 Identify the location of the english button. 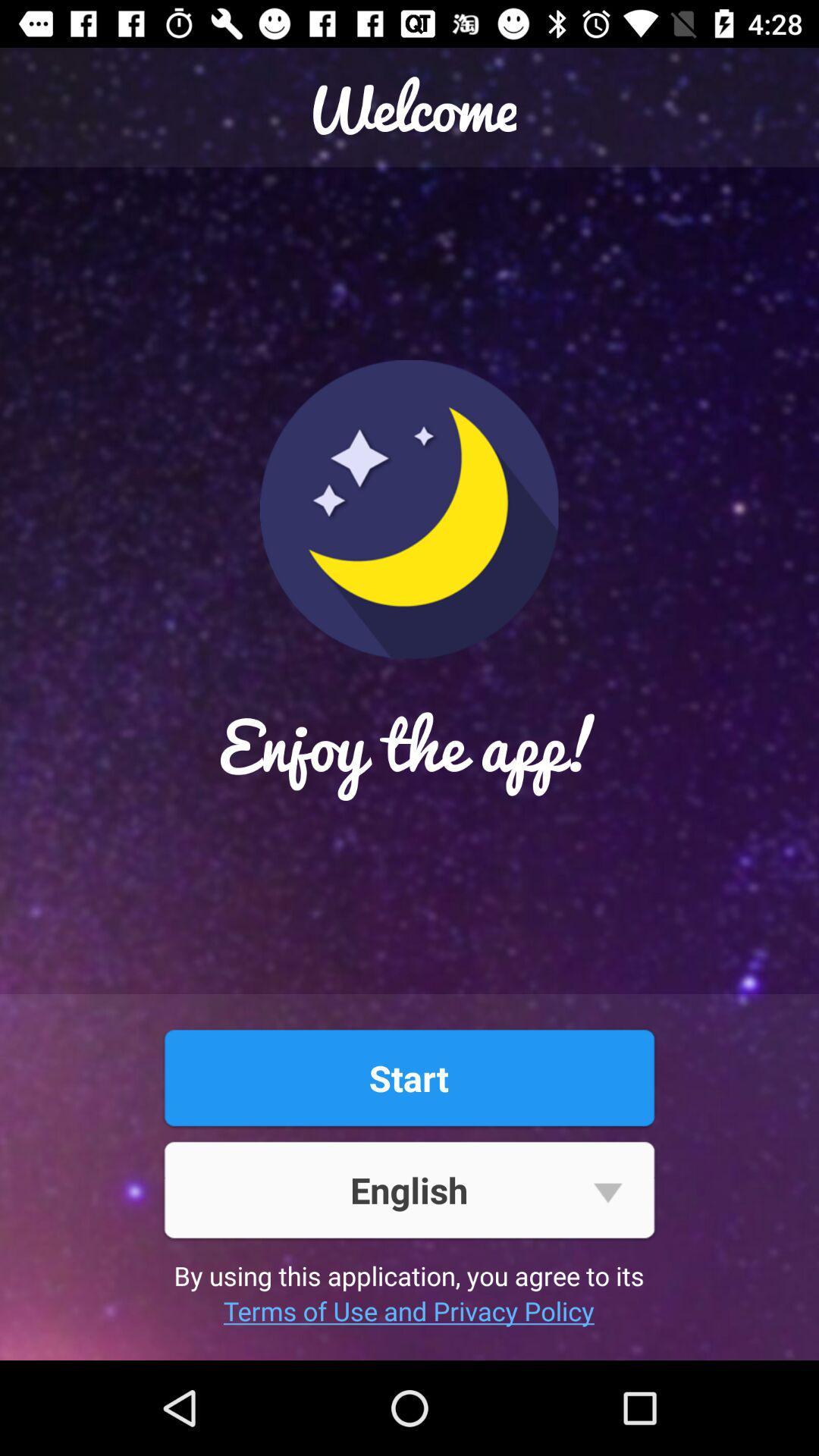
(408, 1189).